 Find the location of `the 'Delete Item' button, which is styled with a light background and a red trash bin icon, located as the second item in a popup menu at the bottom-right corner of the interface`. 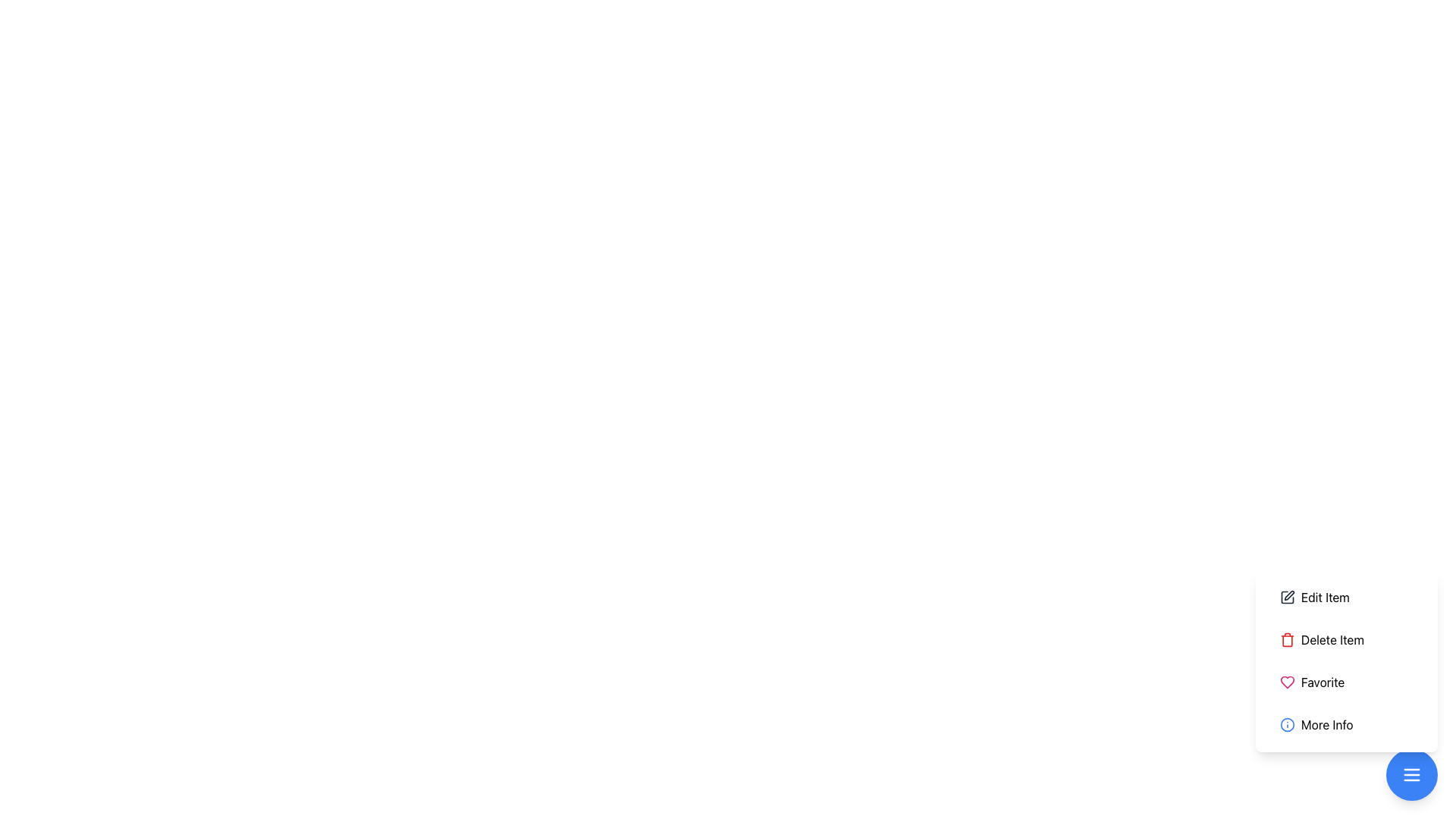

the 'Delete Item' button, which is styled with a light background and a red trash bin icon, located as the second item in a popup menu at the bottom-right corner of the interface is located at coordinates (1347, 640).